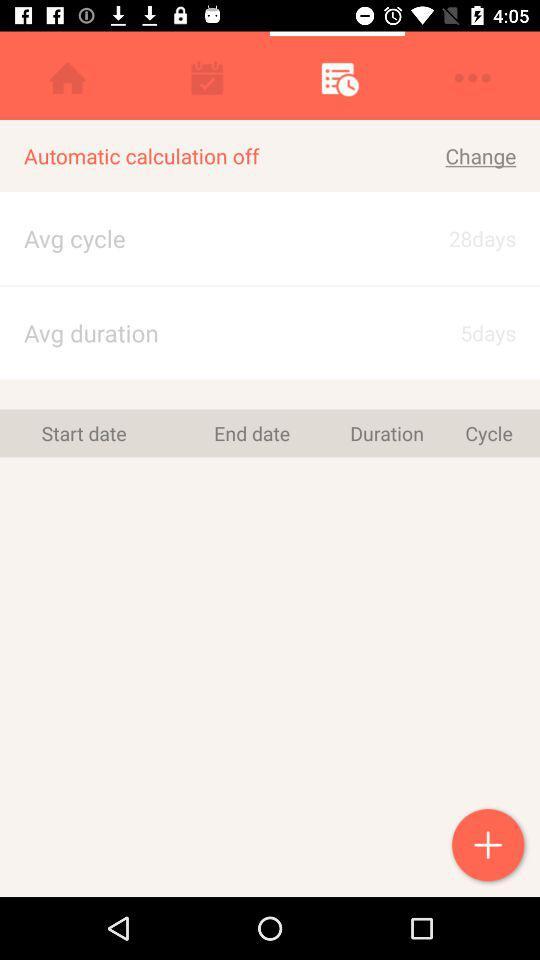  What do you see at coordinates (463, 333) in the screenshot?
I see `5days icon` at bounding box center [463, 333].